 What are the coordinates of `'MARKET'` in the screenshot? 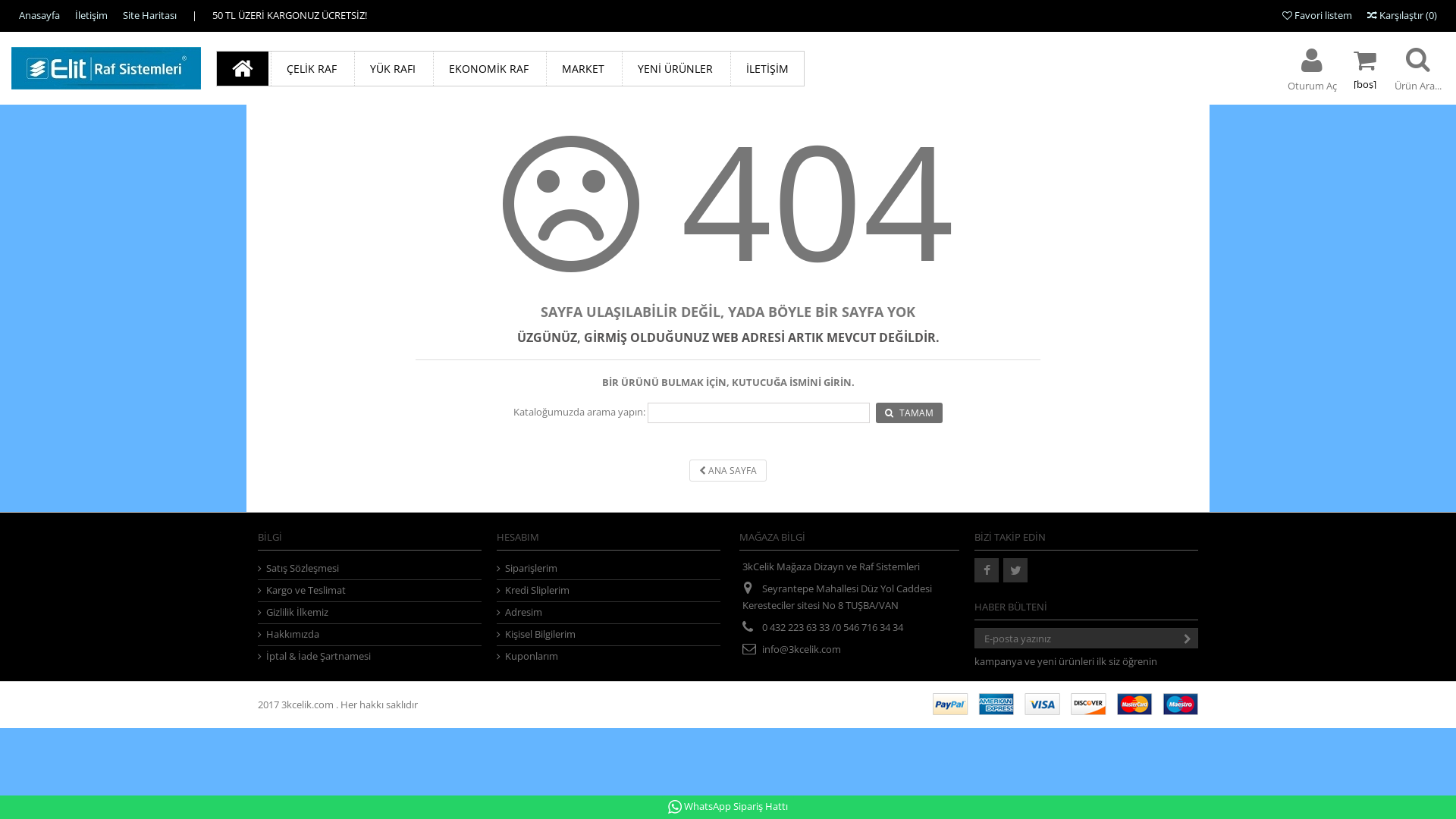 It's located at (582, 68).